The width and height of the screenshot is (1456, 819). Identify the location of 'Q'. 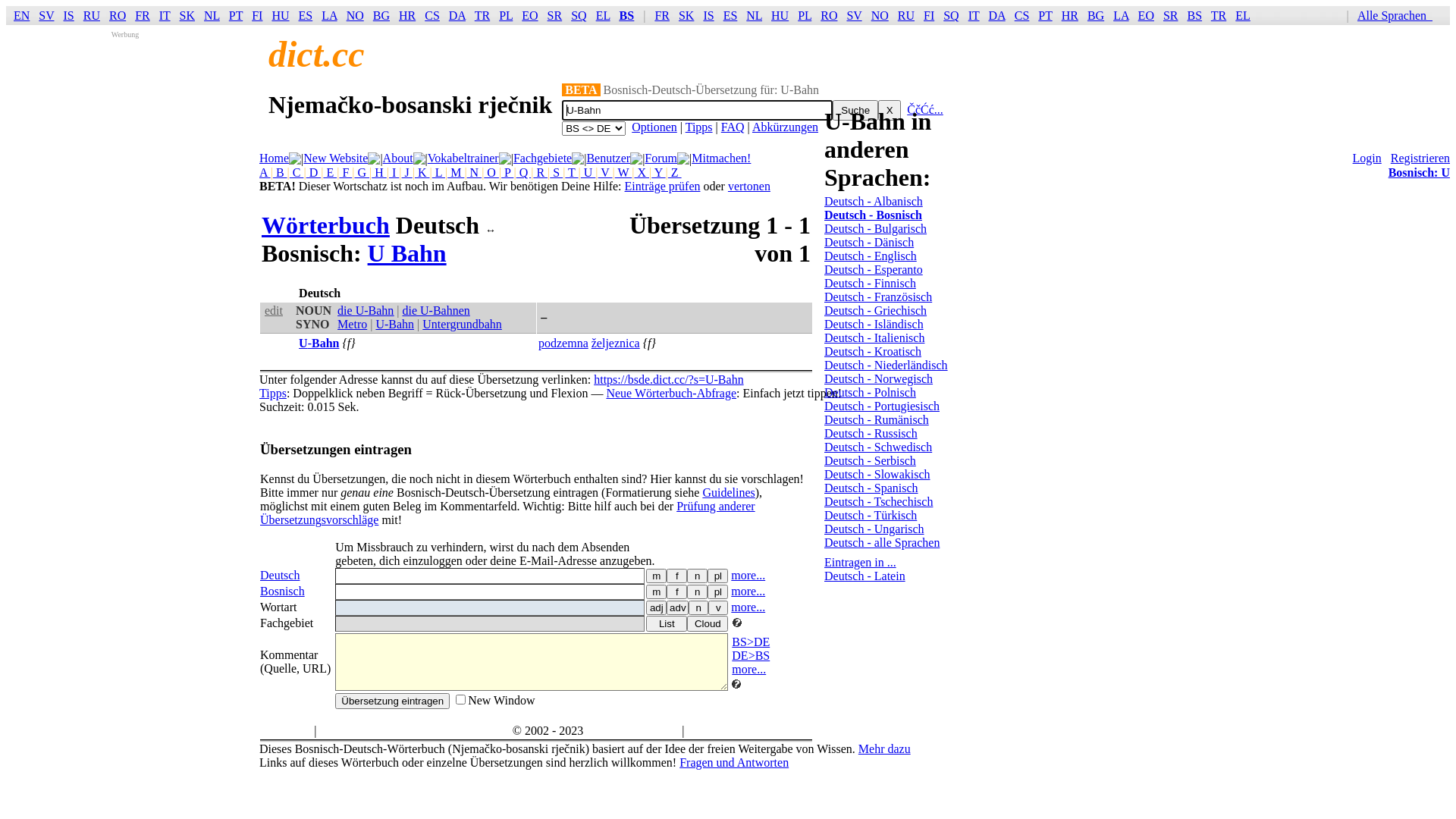
(524, 171).